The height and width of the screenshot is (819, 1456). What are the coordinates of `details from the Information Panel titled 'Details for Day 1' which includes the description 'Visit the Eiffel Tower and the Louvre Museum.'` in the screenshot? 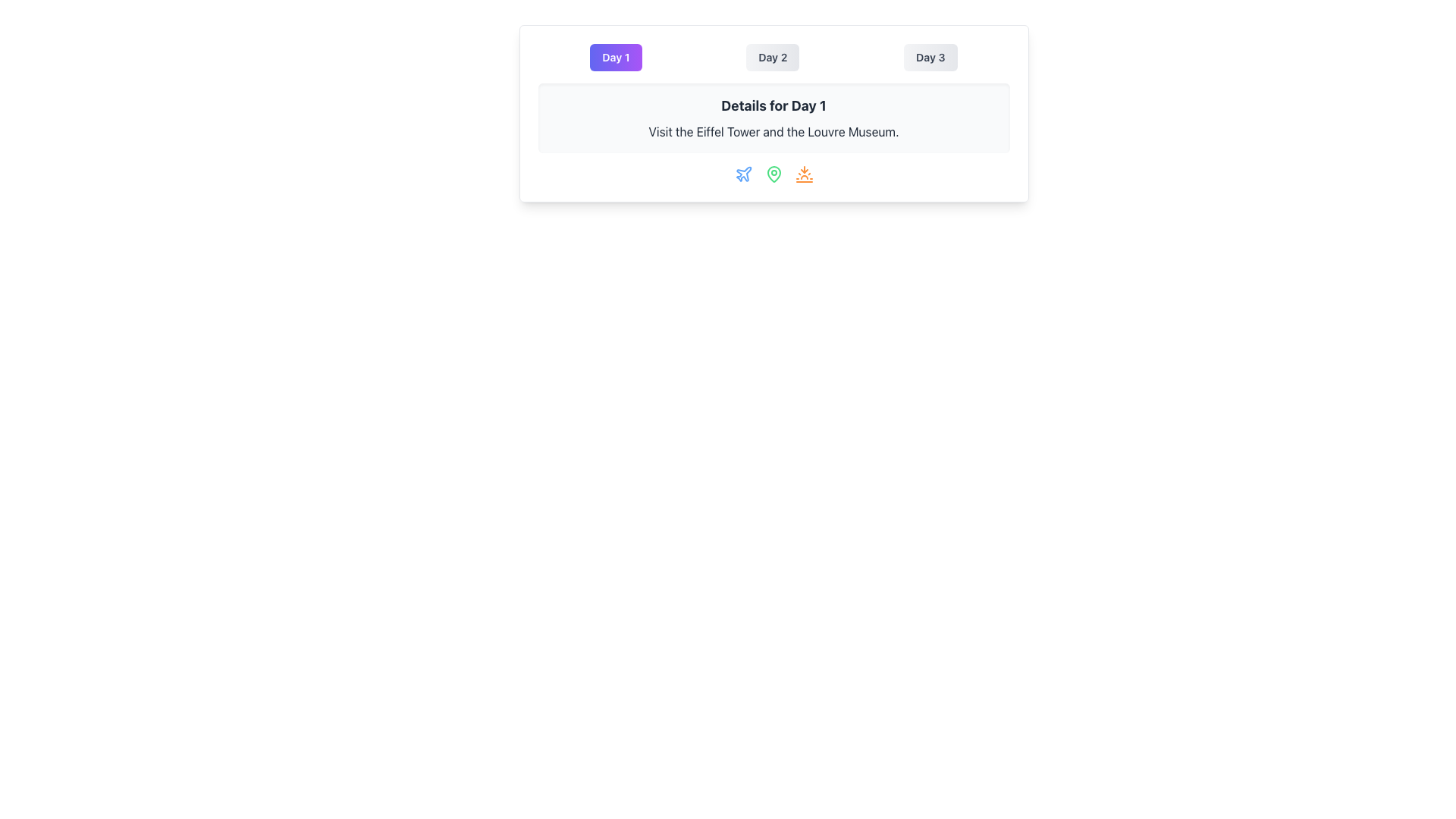 It's located at (773, 113).